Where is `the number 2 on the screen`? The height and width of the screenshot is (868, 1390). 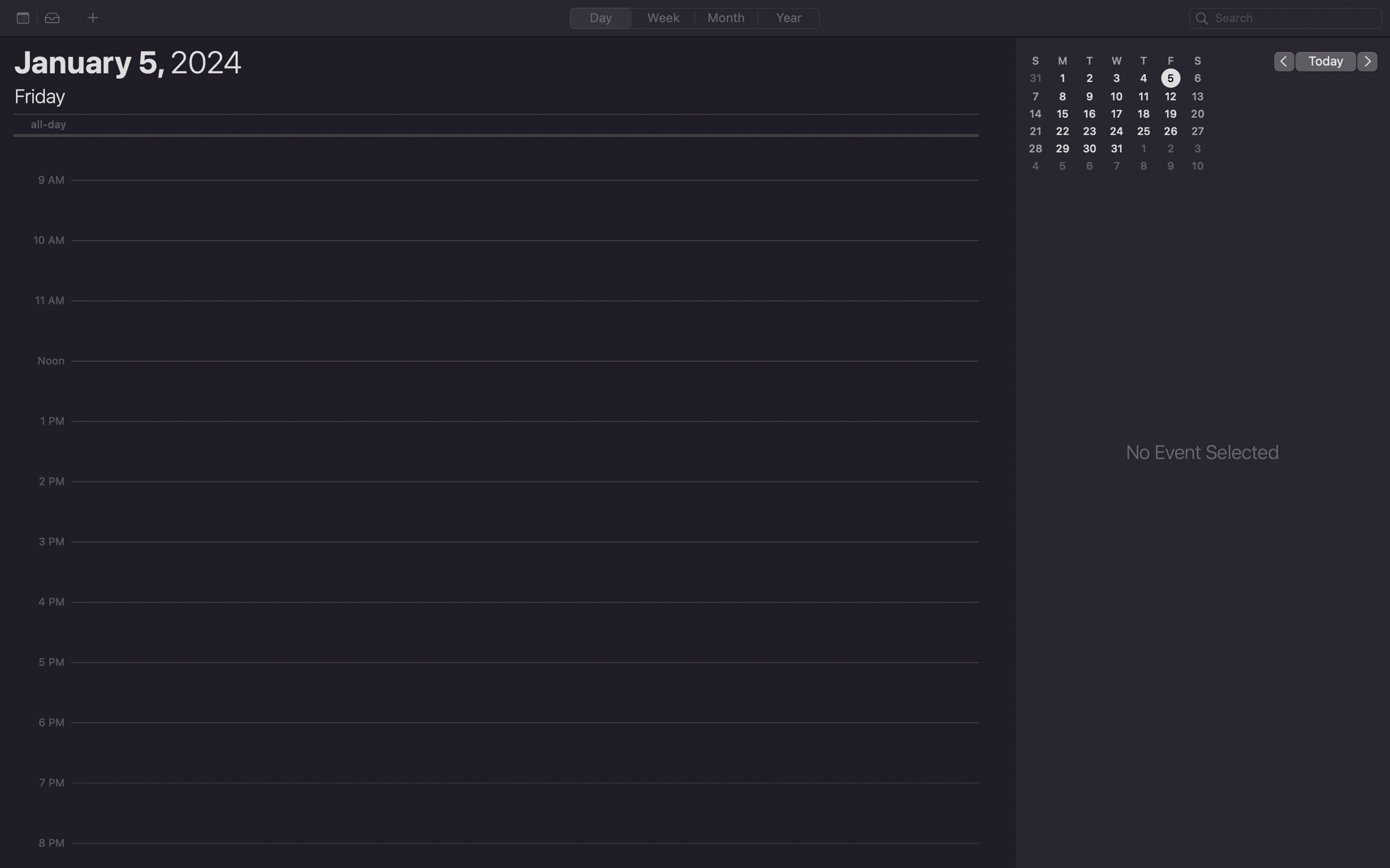 the number 2 on the screen is located at coordinates (1090, 77).